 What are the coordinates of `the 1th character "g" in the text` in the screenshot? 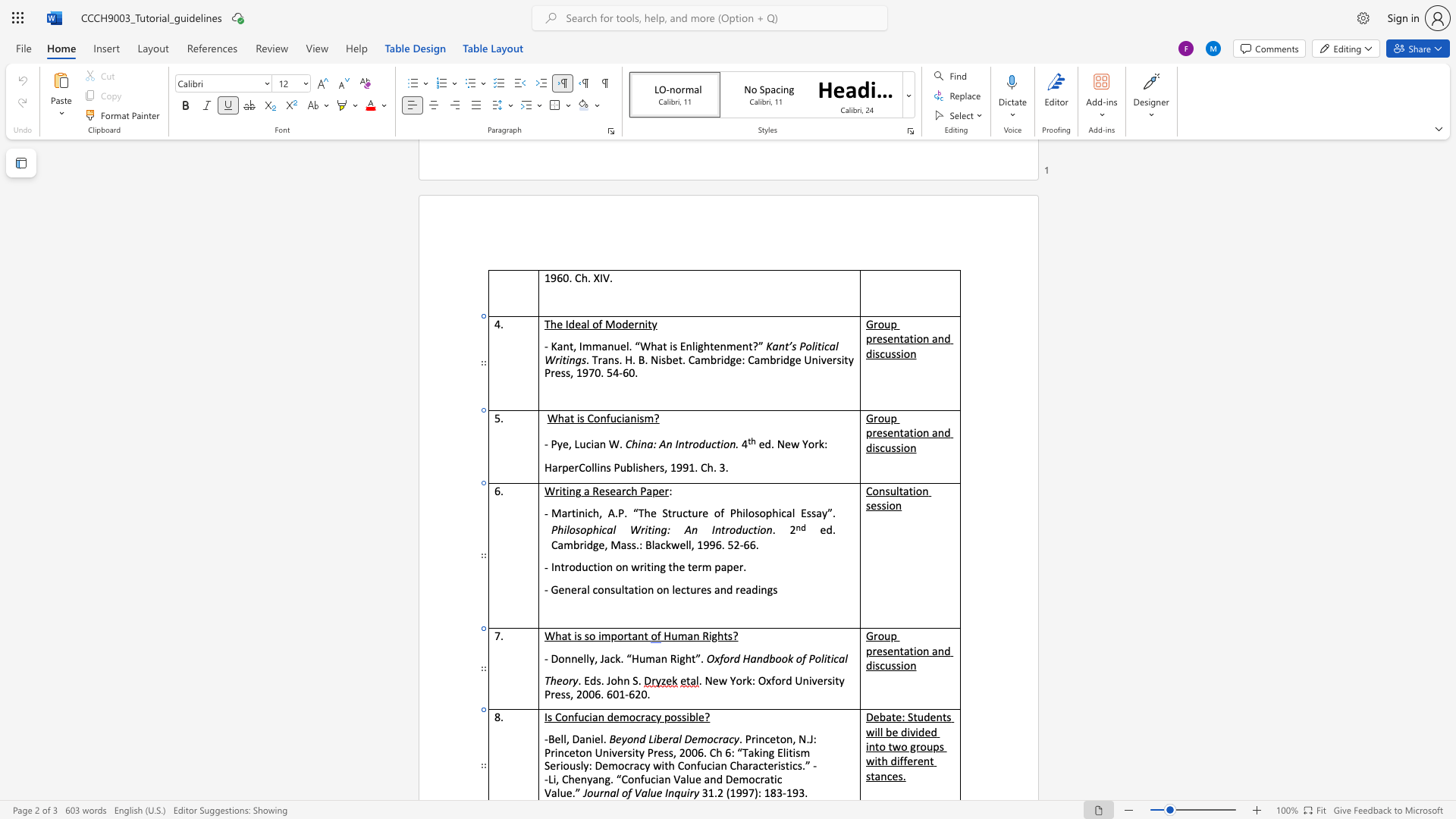 It's located at (607, 779).